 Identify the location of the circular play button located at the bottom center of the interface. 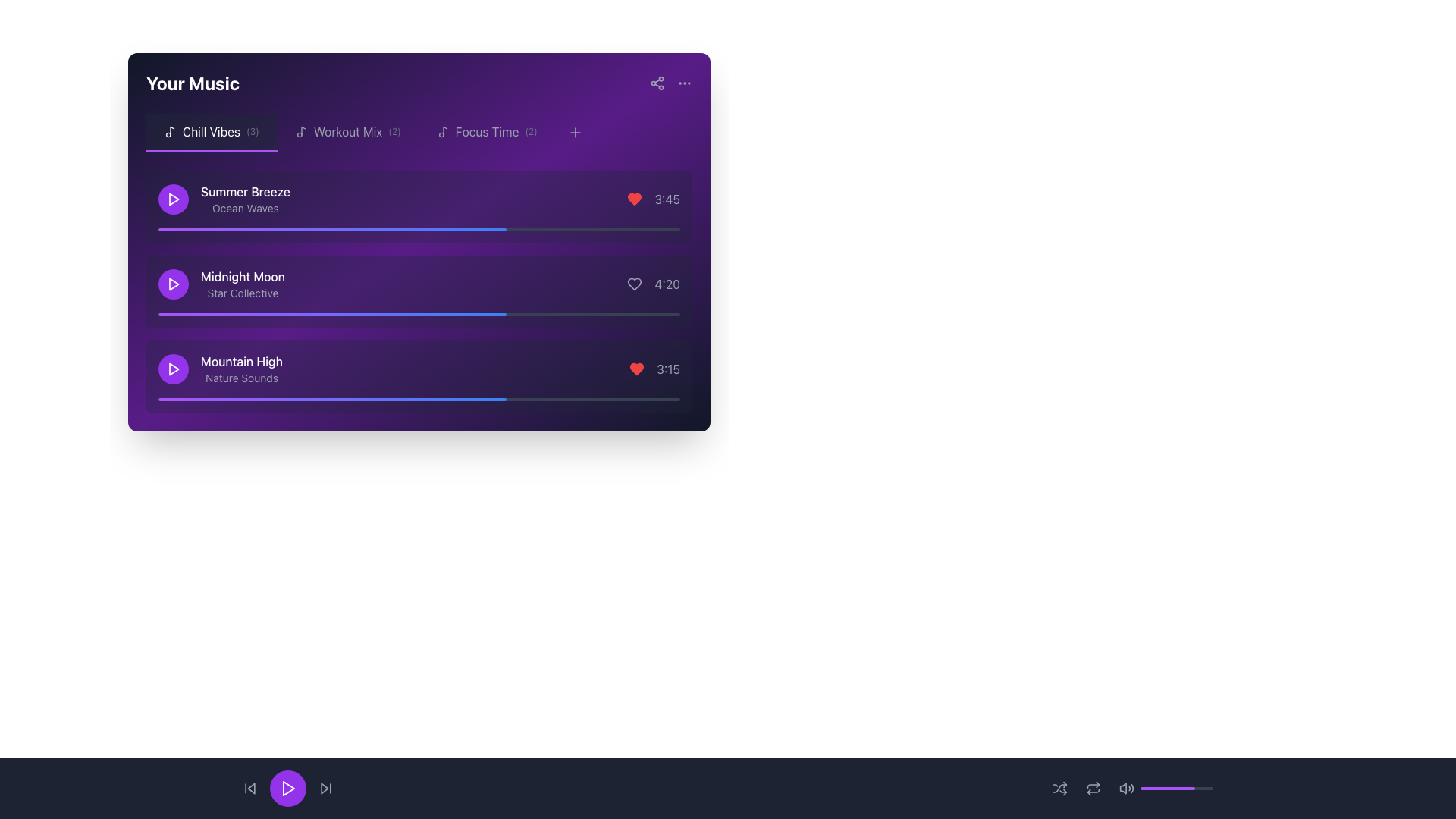
(287, 788).